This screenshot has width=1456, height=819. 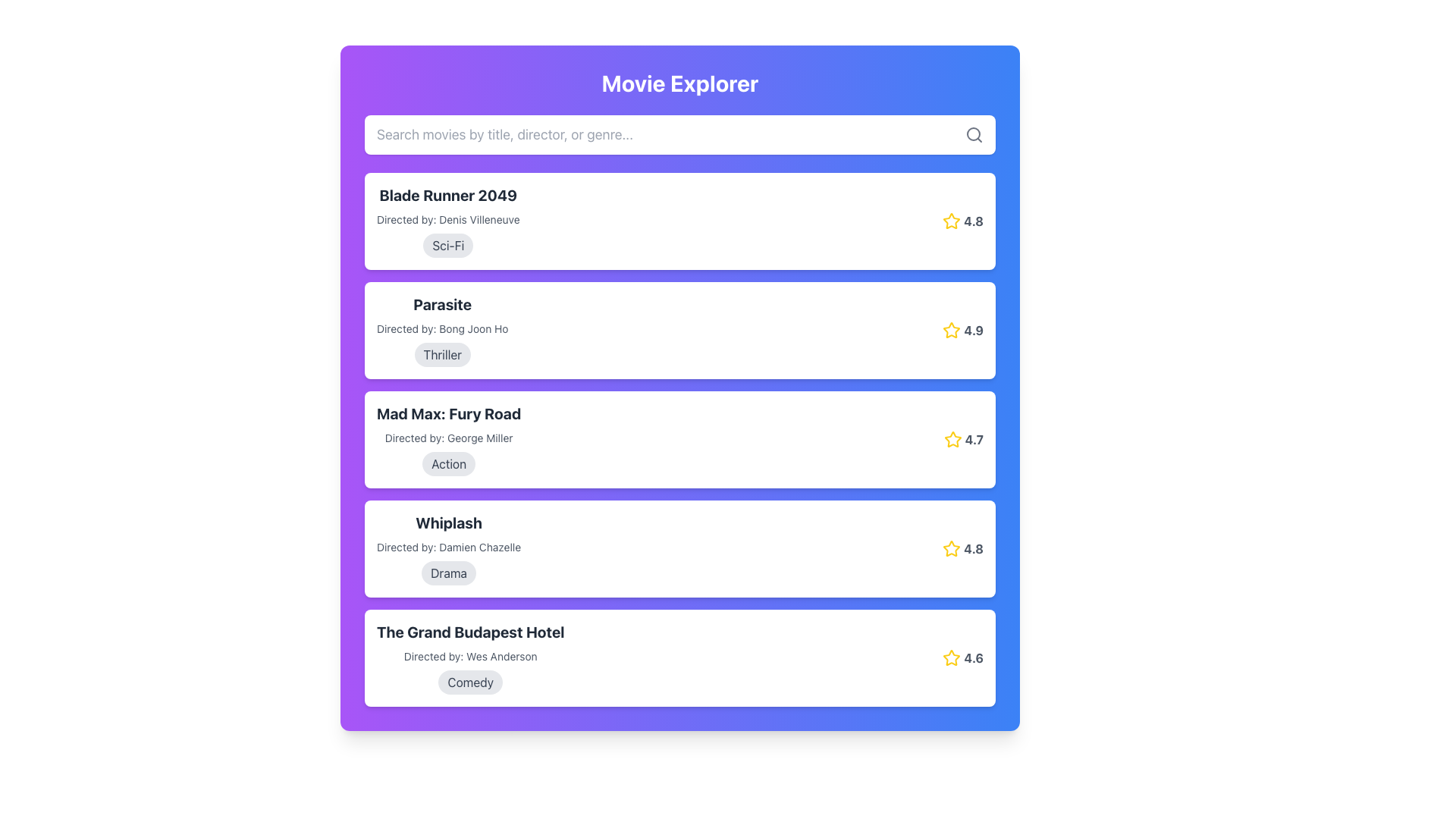 What do you see at coordinates (973, 133) in the screenshot?
I see `the circular component of the search icon located at the far right of the input field labeled 'Search movies by title, director, or genre.'` at bounding box center [973, 133].